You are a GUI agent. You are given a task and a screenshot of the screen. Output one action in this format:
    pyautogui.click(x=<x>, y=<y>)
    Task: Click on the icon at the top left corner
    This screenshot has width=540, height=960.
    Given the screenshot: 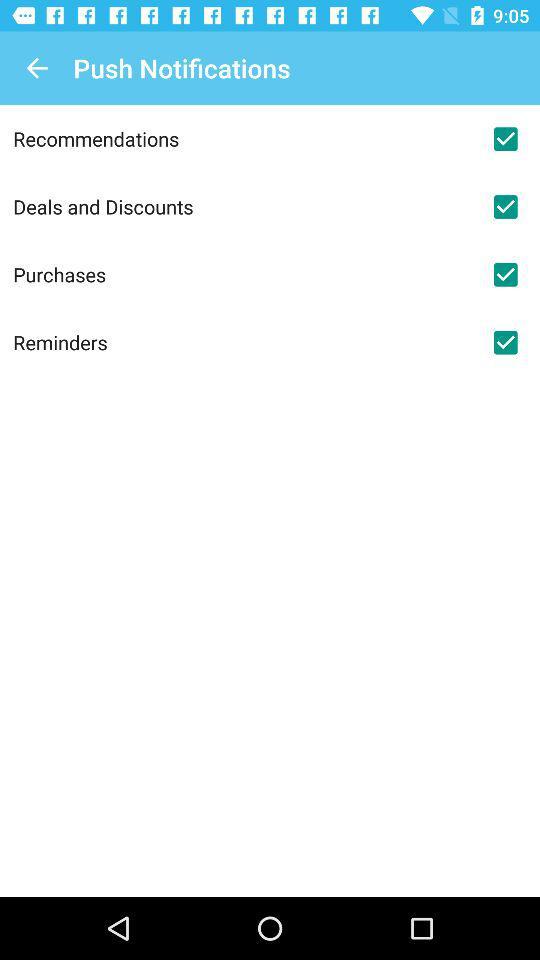 What is the action you would take?
    pyautogui.click(x=36, y=68)
    